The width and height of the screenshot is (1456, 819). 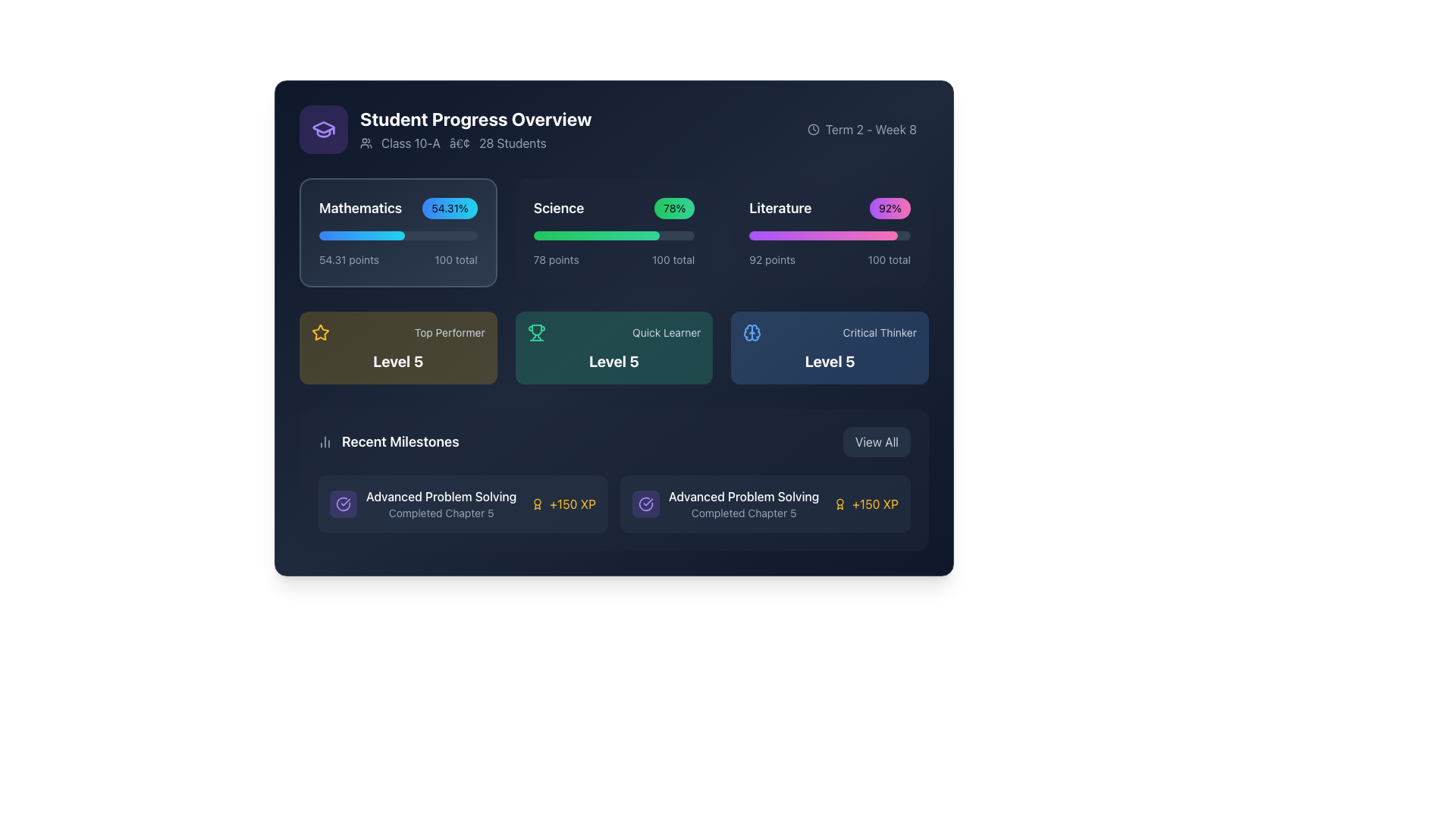 I want to click on the label component that combines text and an icon, located beneath the 'Student Progress Overview' title, to associate the displayed information with the class details in the dashboard, so click(x=475, y=143).